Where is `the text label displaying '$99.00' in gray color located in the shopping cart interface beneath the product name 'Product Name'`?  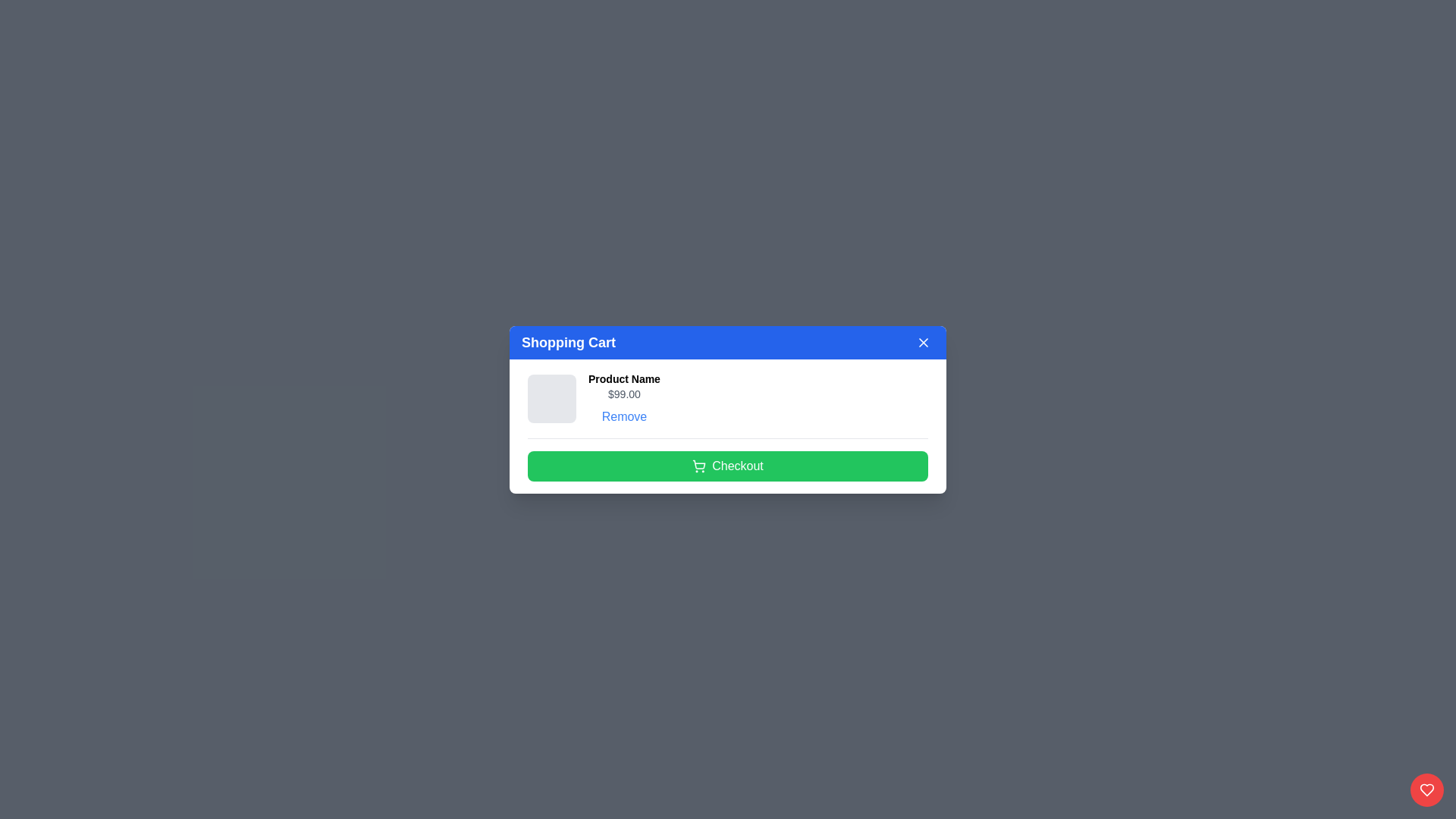 the text label displaying '$99.00' in gray color located in the shopping cart interface beneath the product name 'Product Name' is located at coordinates (624, 393).